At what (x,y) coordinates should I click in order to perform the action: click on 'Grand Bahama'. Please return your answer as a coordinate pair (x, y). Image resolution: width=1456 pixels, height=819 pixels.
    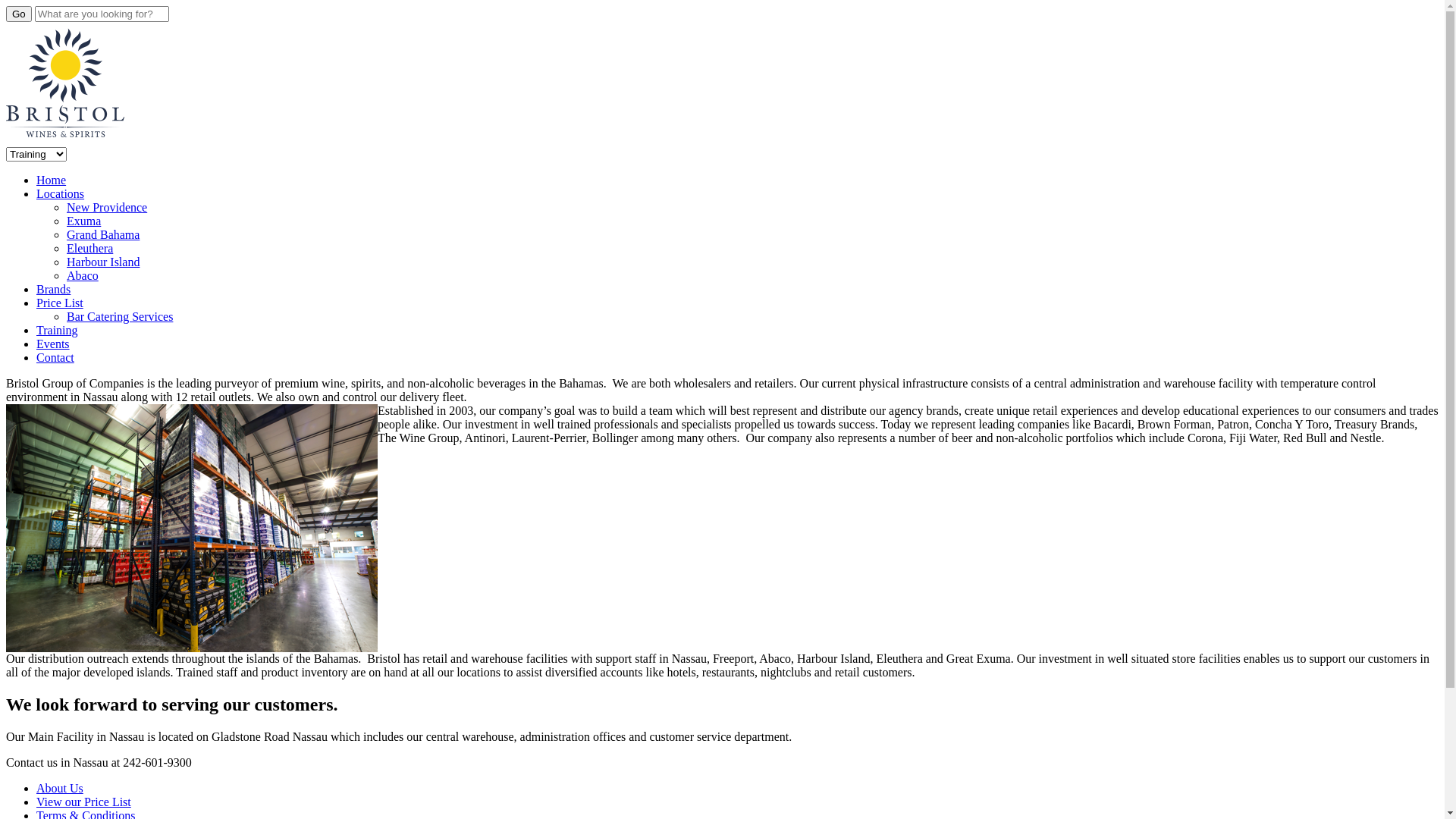
    Looking at the image, I should click on (102, 234).